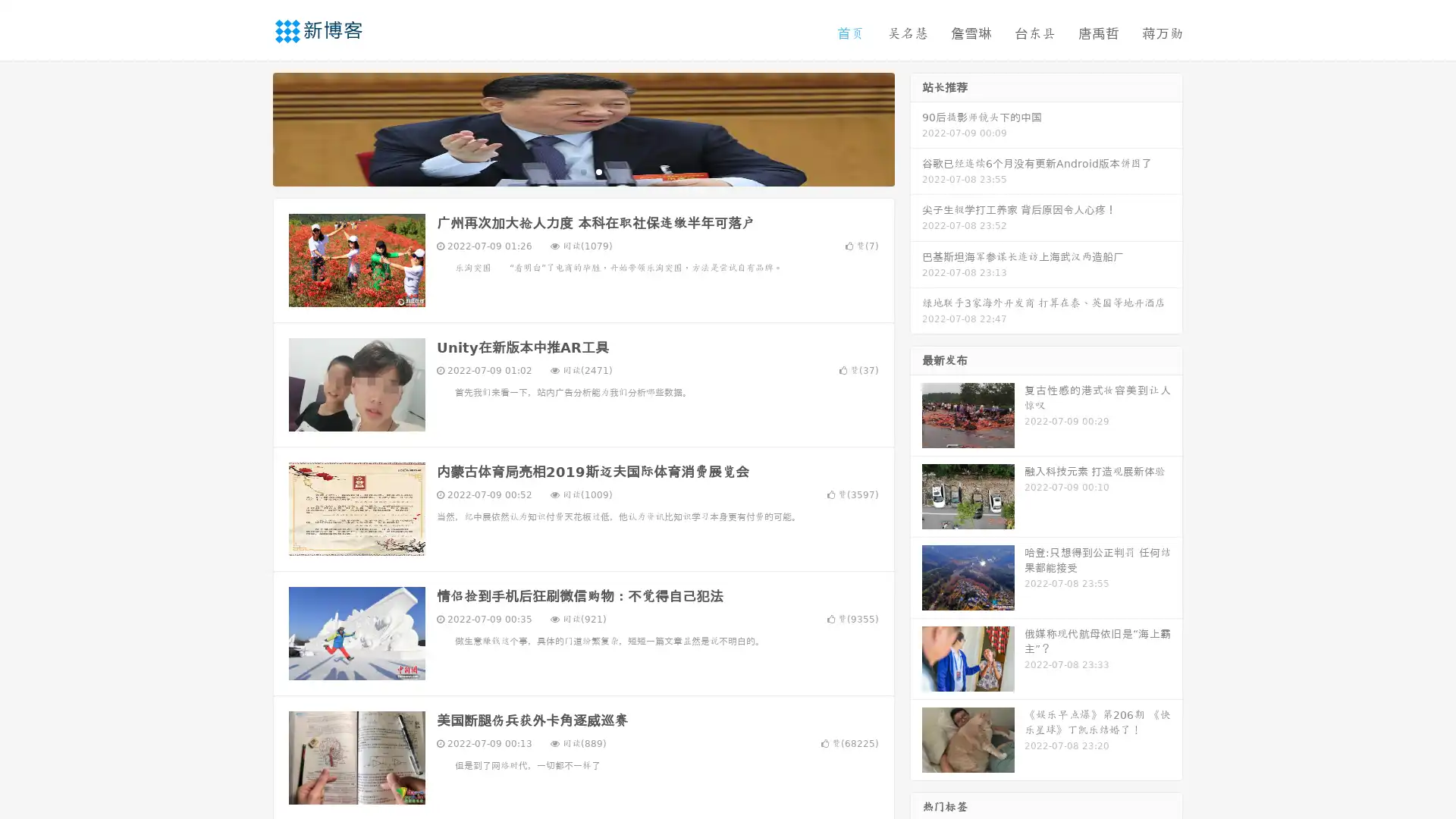 The height and width of the screenshot is (819, 1456). I want to click on Next slide, so click(916, 127).